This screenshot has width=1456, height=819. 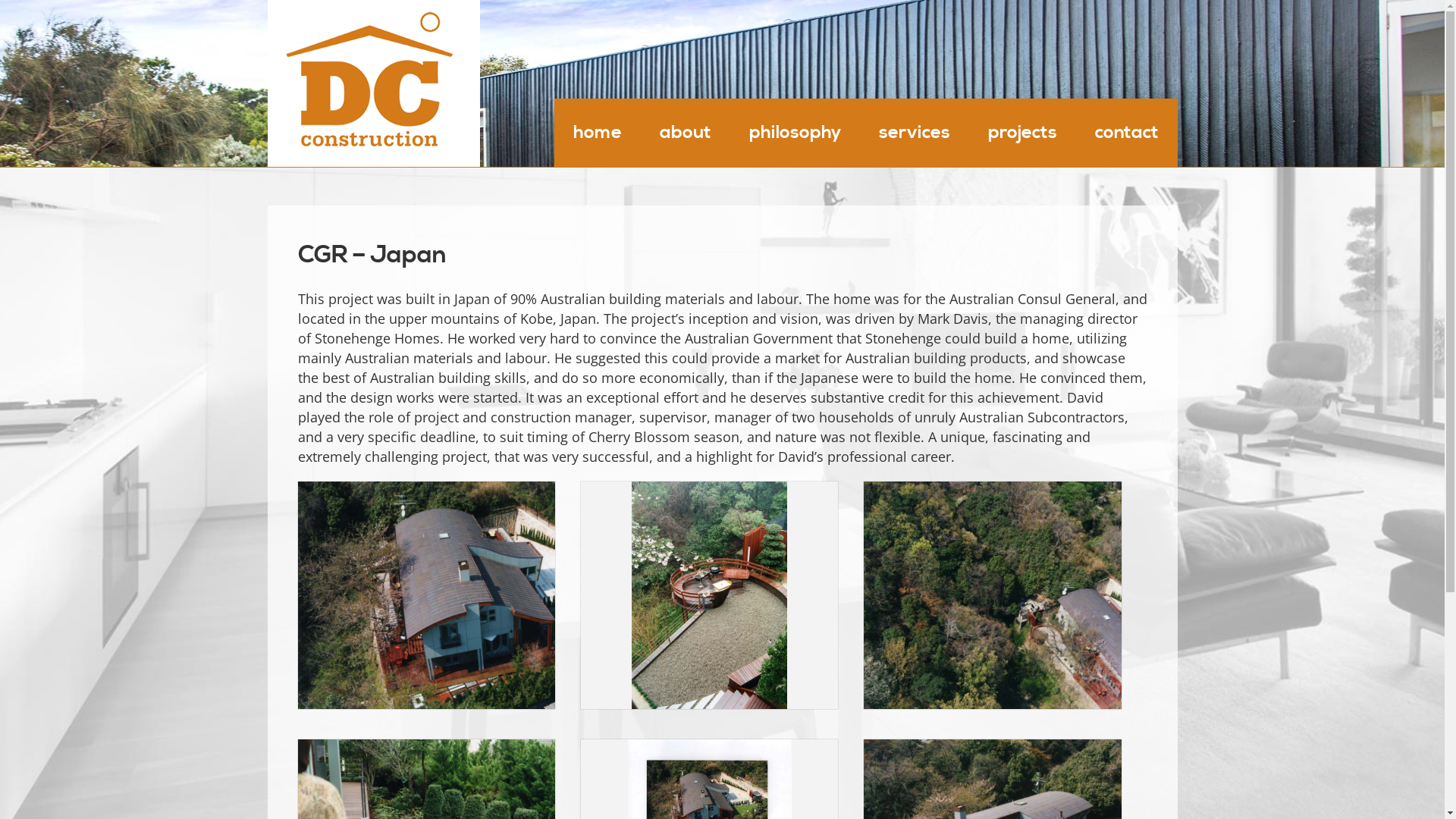 What do you see at coordinates (1022, 131) in the screenshot?
I see `'projects'` at bounding box center [1022, 131].